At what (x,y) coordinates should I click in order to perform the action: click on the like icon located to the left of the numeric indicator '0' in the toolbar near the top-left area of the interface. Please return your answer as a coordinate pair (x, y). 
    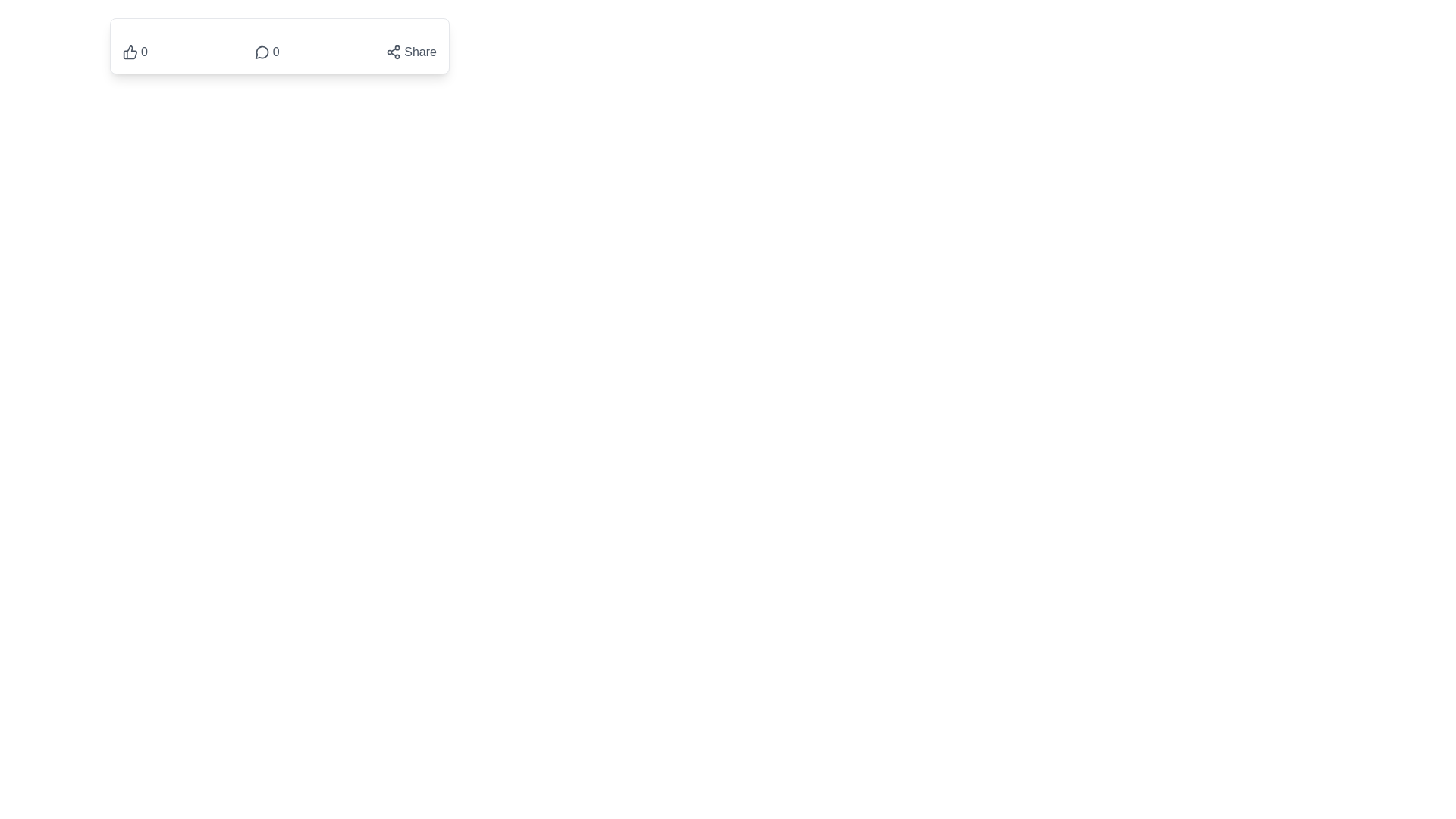
    Looking at the image, I should click on (130, 52).